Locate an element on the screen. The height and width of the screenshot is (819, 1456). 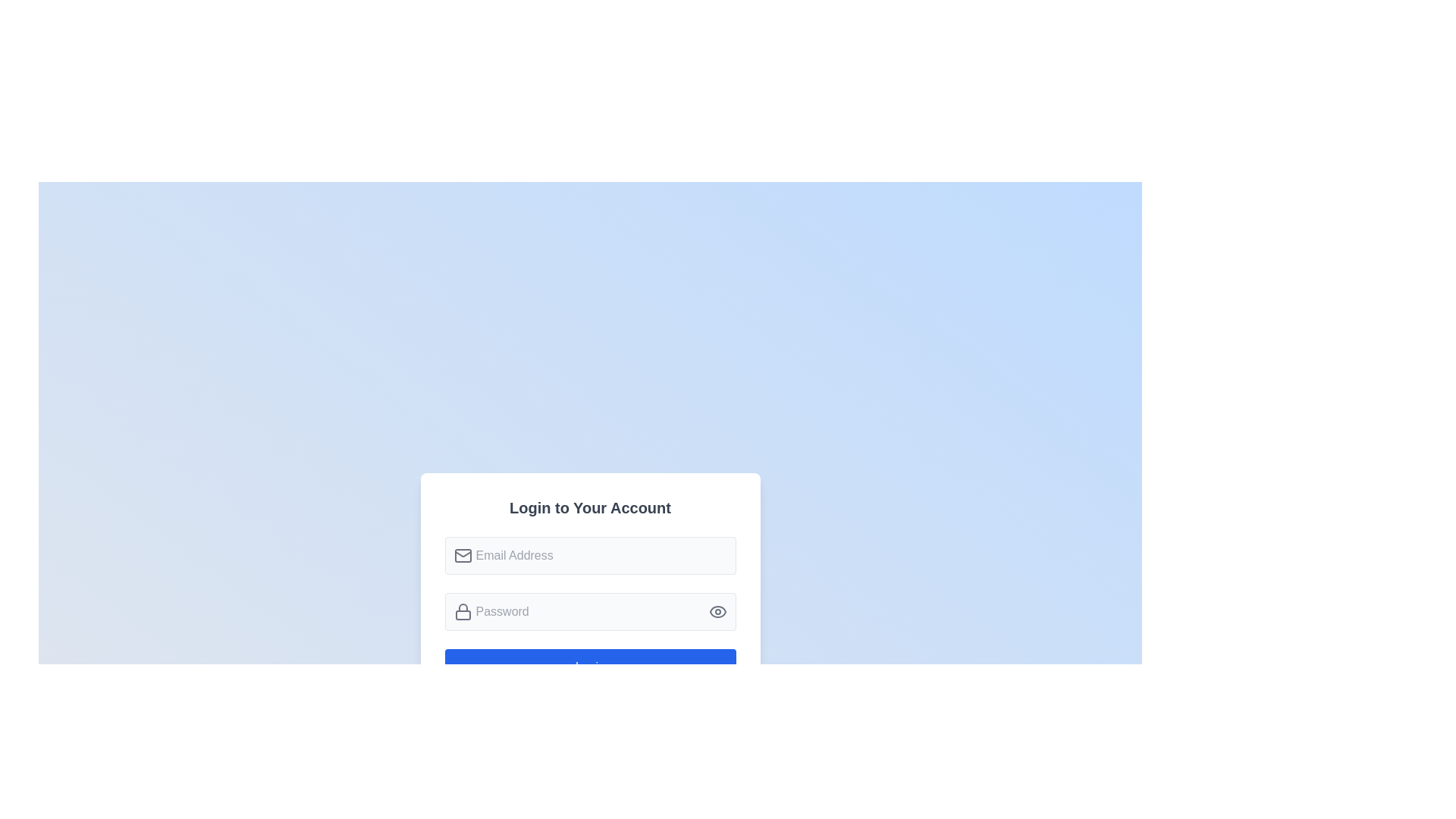
the submission button for logging in using keyboard navigation is located at coordinates (589, 666).